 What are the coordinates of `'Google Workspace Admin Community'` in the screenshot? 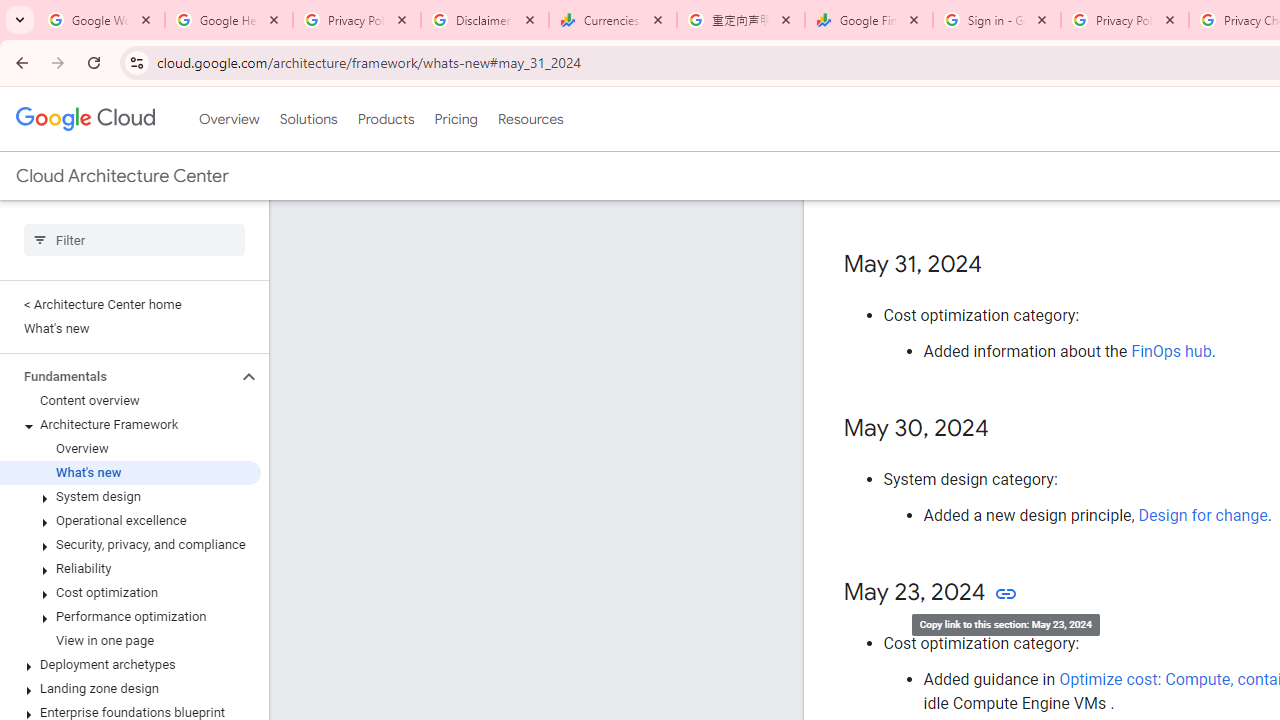 It's located at (100, 20).